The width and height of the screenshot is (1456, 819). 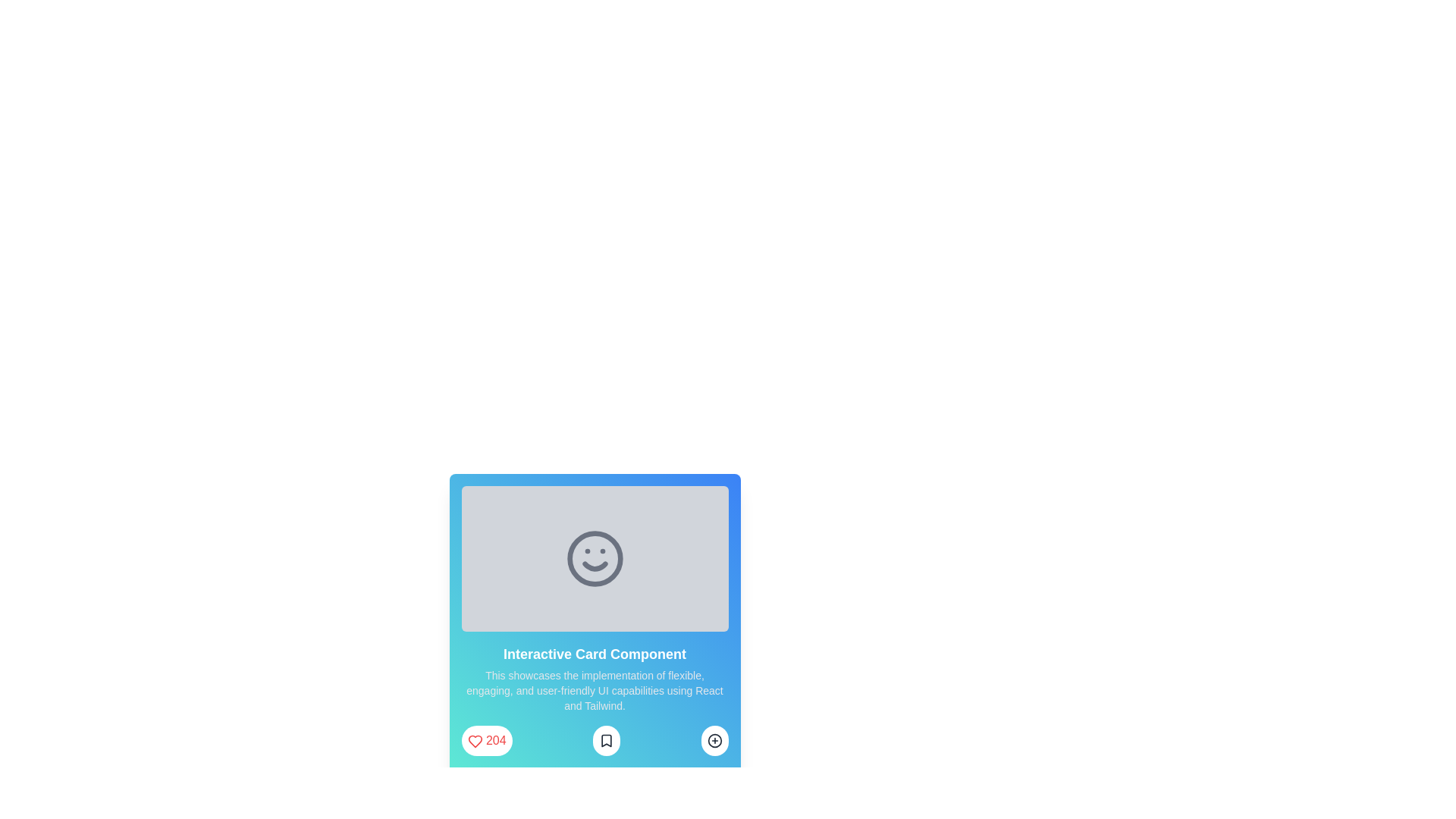 I want to click on the circular button with a bookmark icon, located in the lower section of the card, between the heart icon button and the plus icon button, to observe potential hover effects, so click(x=594, y=739).